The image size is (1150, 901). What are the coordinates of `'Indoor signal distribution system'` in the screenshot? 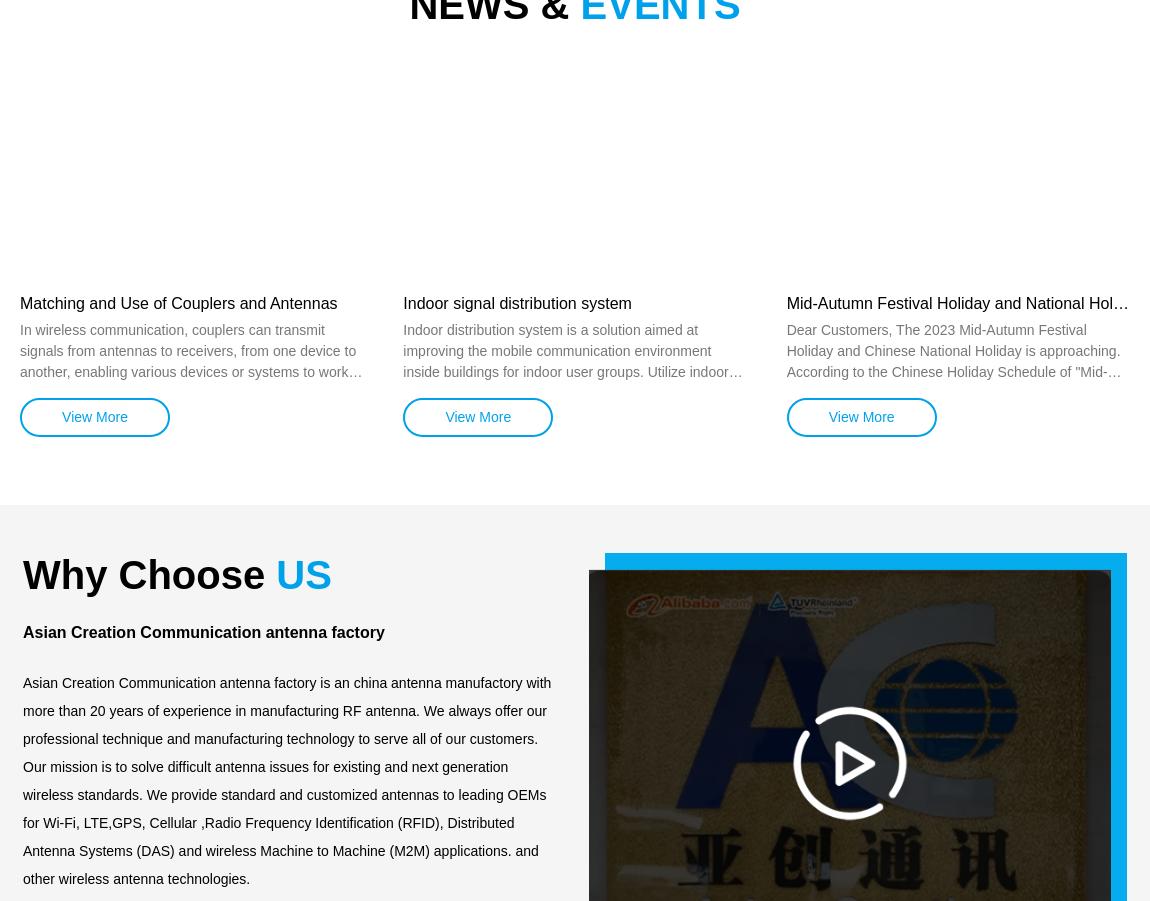 It's located at (517, 302).